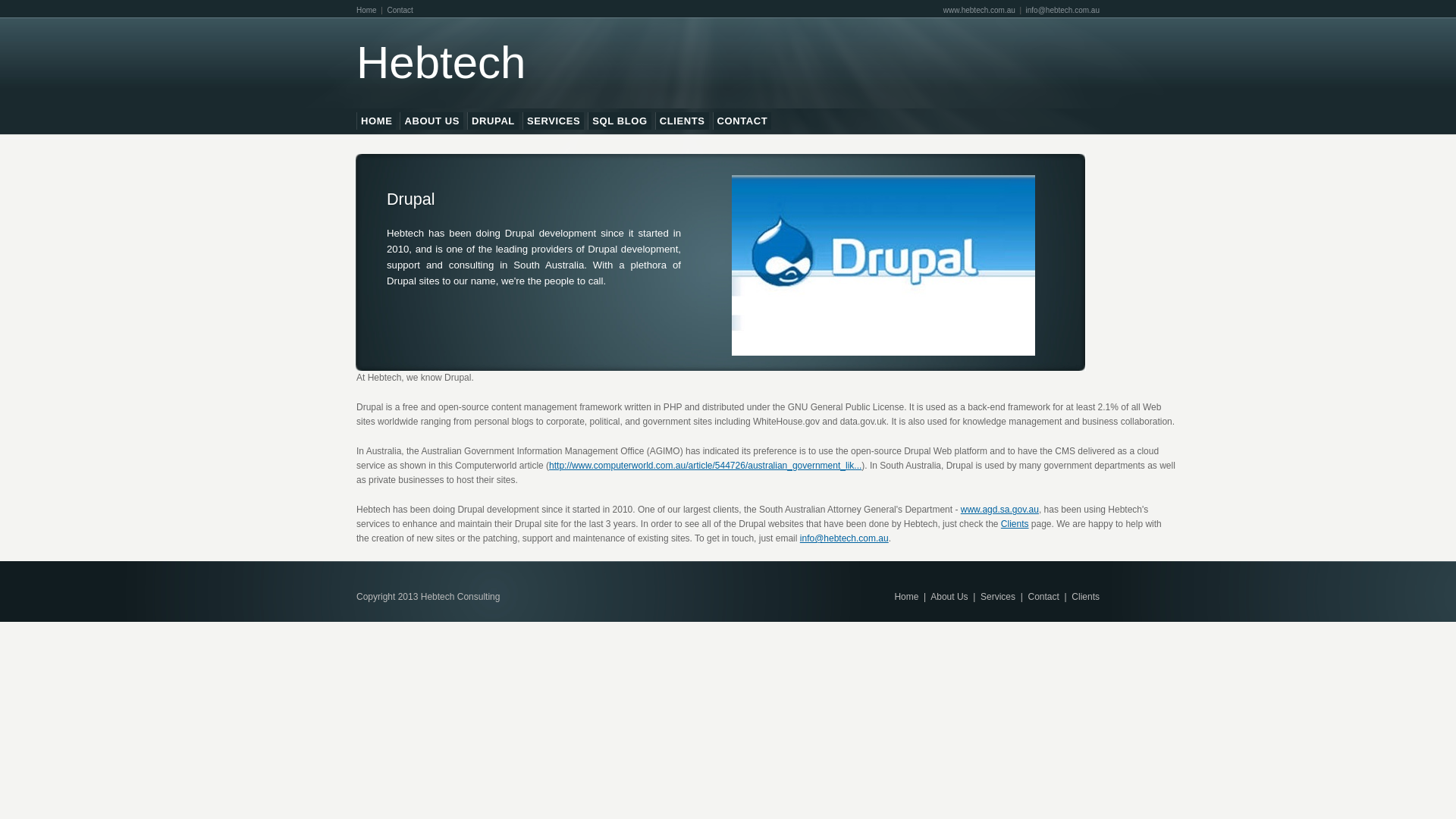  I want to click on 'CLIENTS', so click(682, 120).